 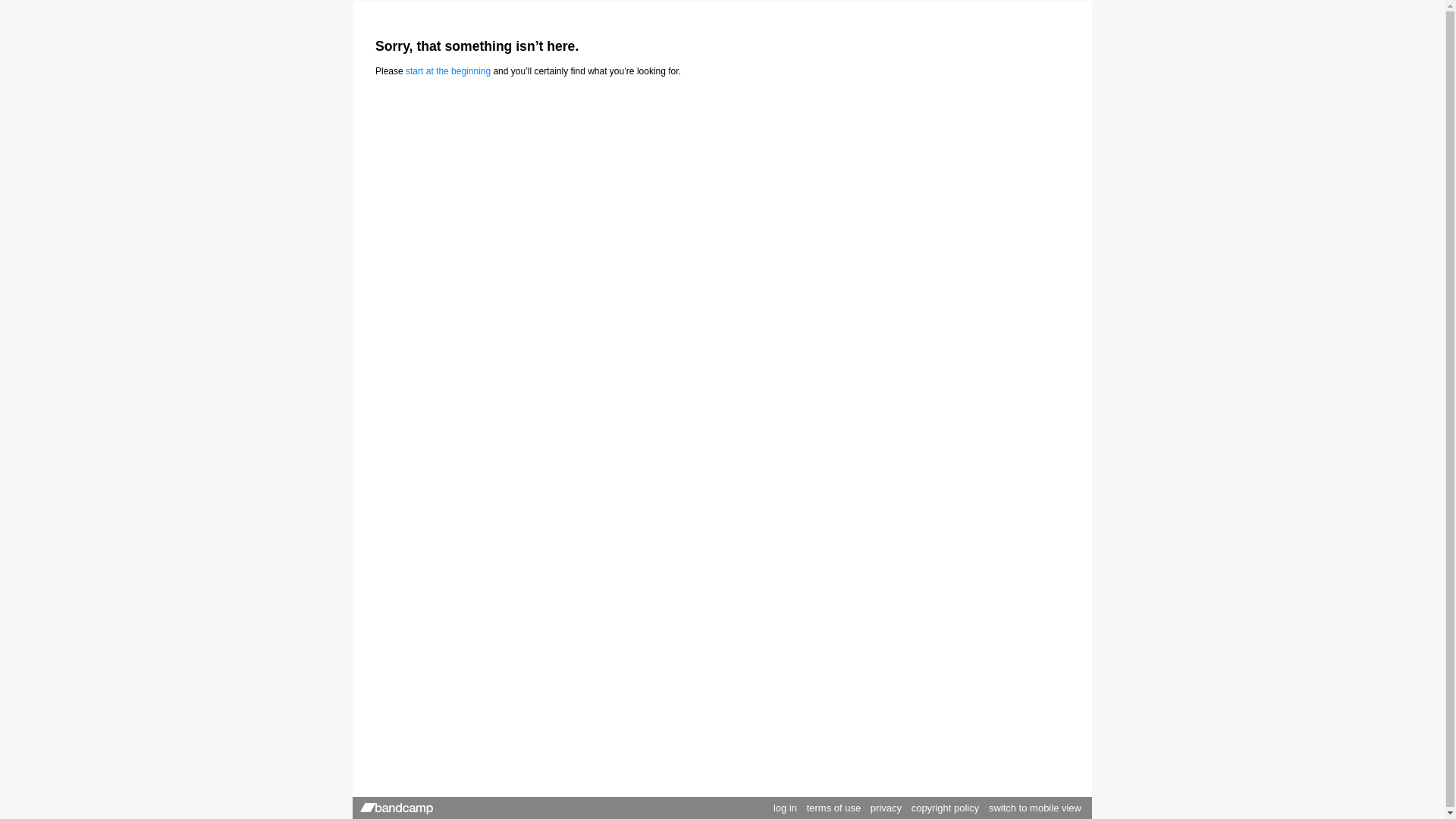 I want to click on 'log in', so click(x=785, y=807).